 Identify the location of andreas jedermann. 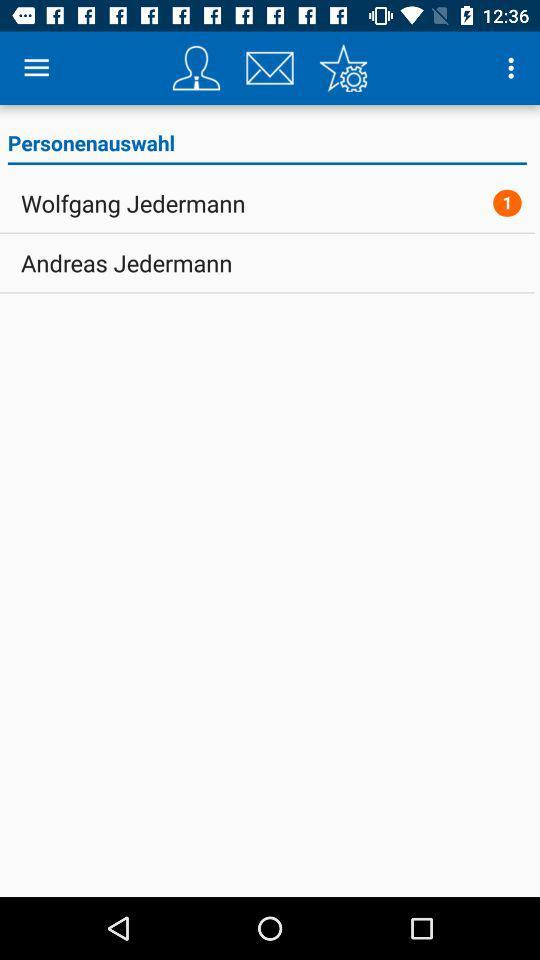
(126, 262).